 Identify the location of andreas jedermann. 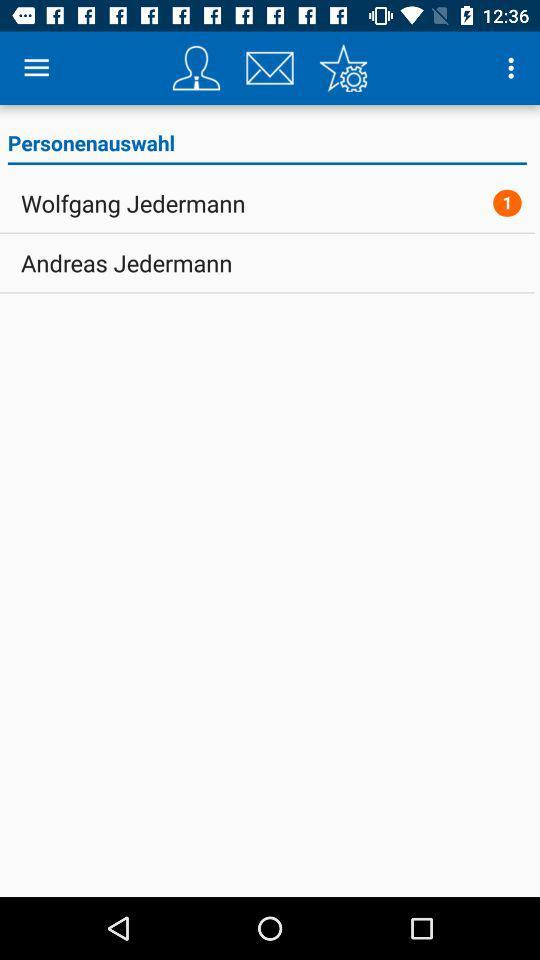
(126, 262).